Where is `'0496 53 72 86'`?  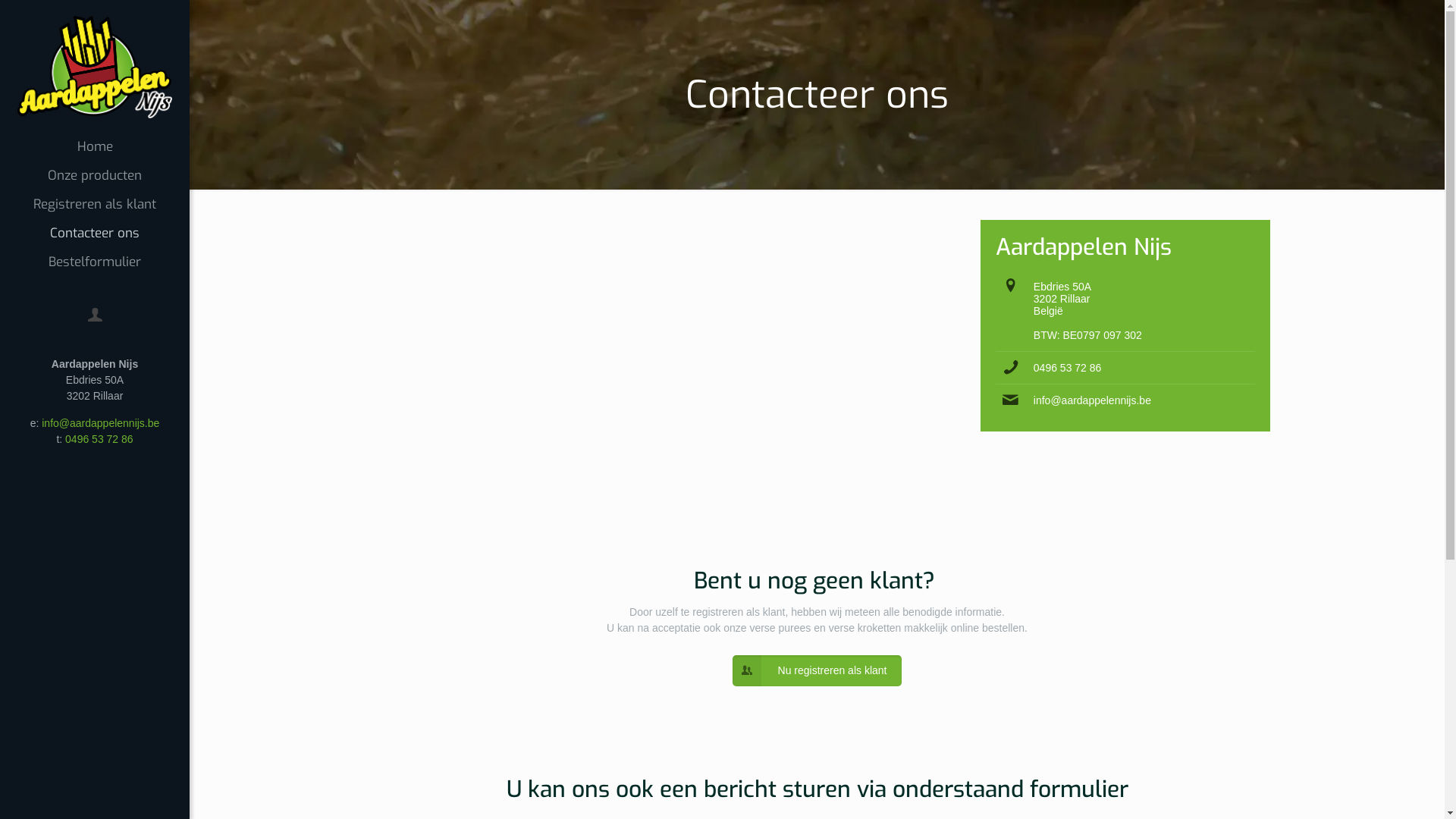
'0496 53 72 86' is located at coordinates (1066, 368).